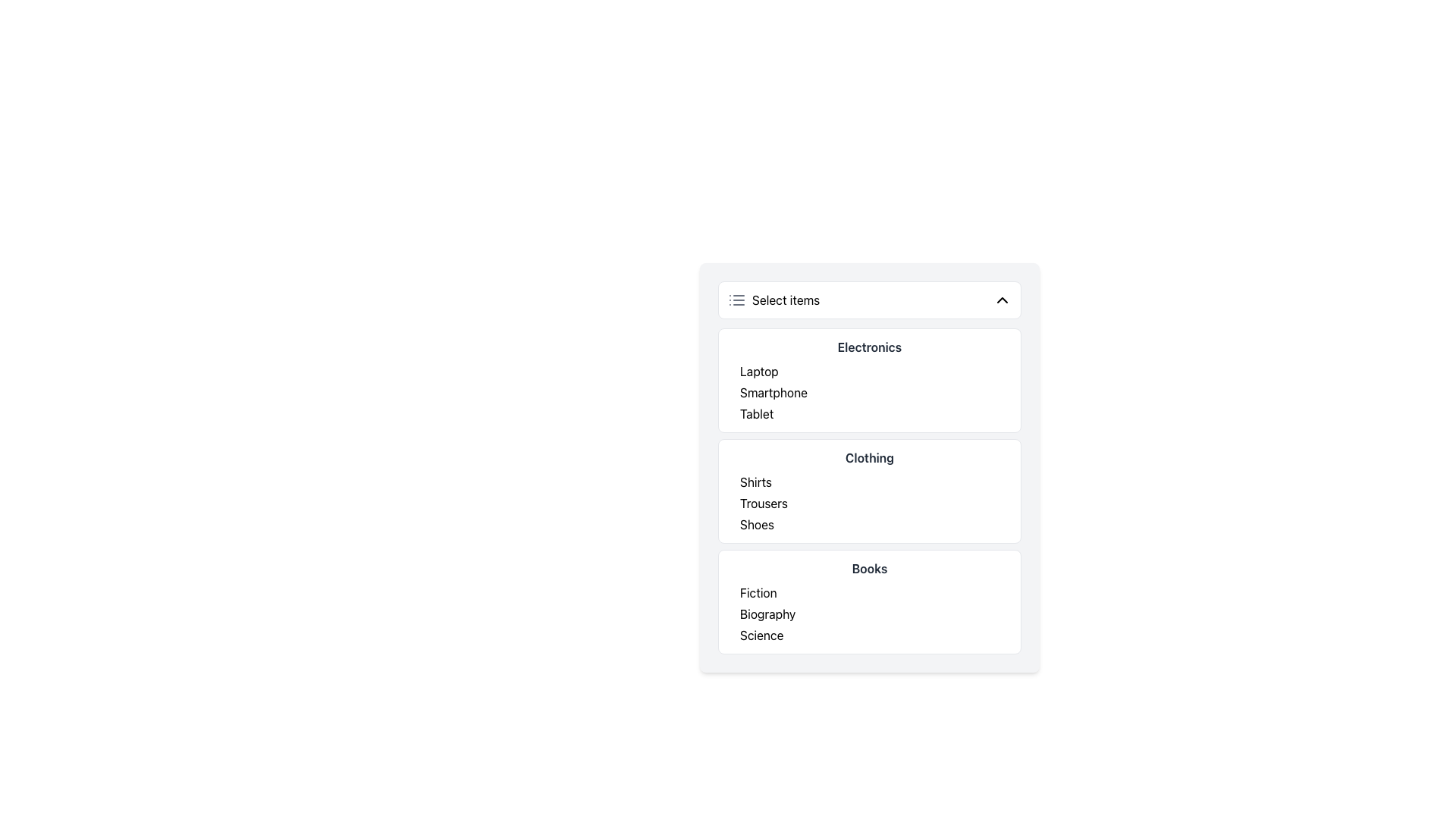  Describe the element at coordinates (876, 414) in the screenshot. I see `the 'Tablet' option in the selectable list under the 'Electronics' section` at that location.